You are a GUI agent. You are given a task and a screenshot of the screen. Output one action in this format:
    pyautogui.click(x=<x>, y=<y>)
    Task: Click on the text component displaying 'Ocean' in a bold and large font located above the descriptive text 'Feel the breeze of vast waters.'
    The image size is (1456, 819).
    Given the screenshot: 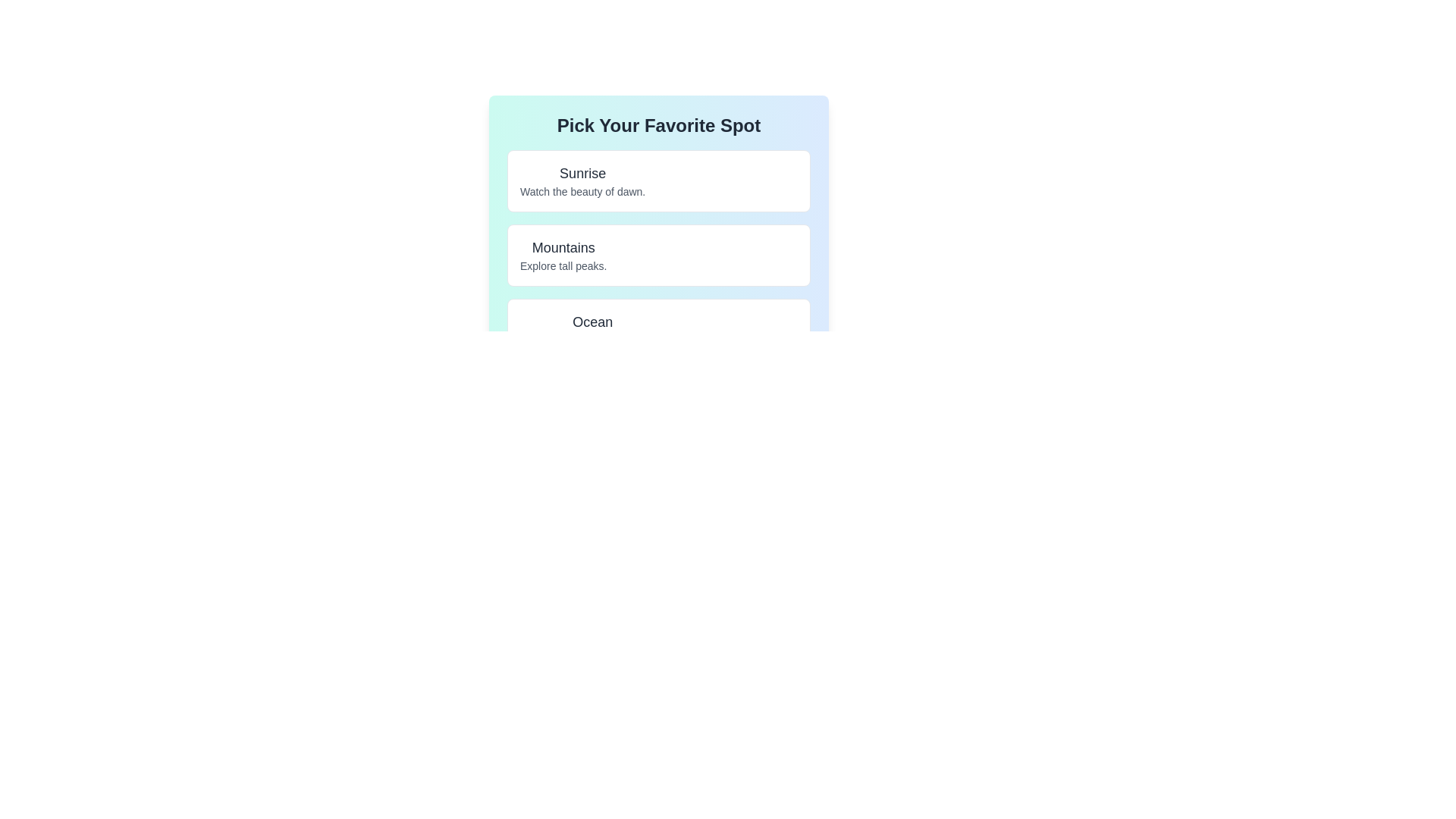 What is the action you would take?
    pyautogui.click(x=591, y=321)
    